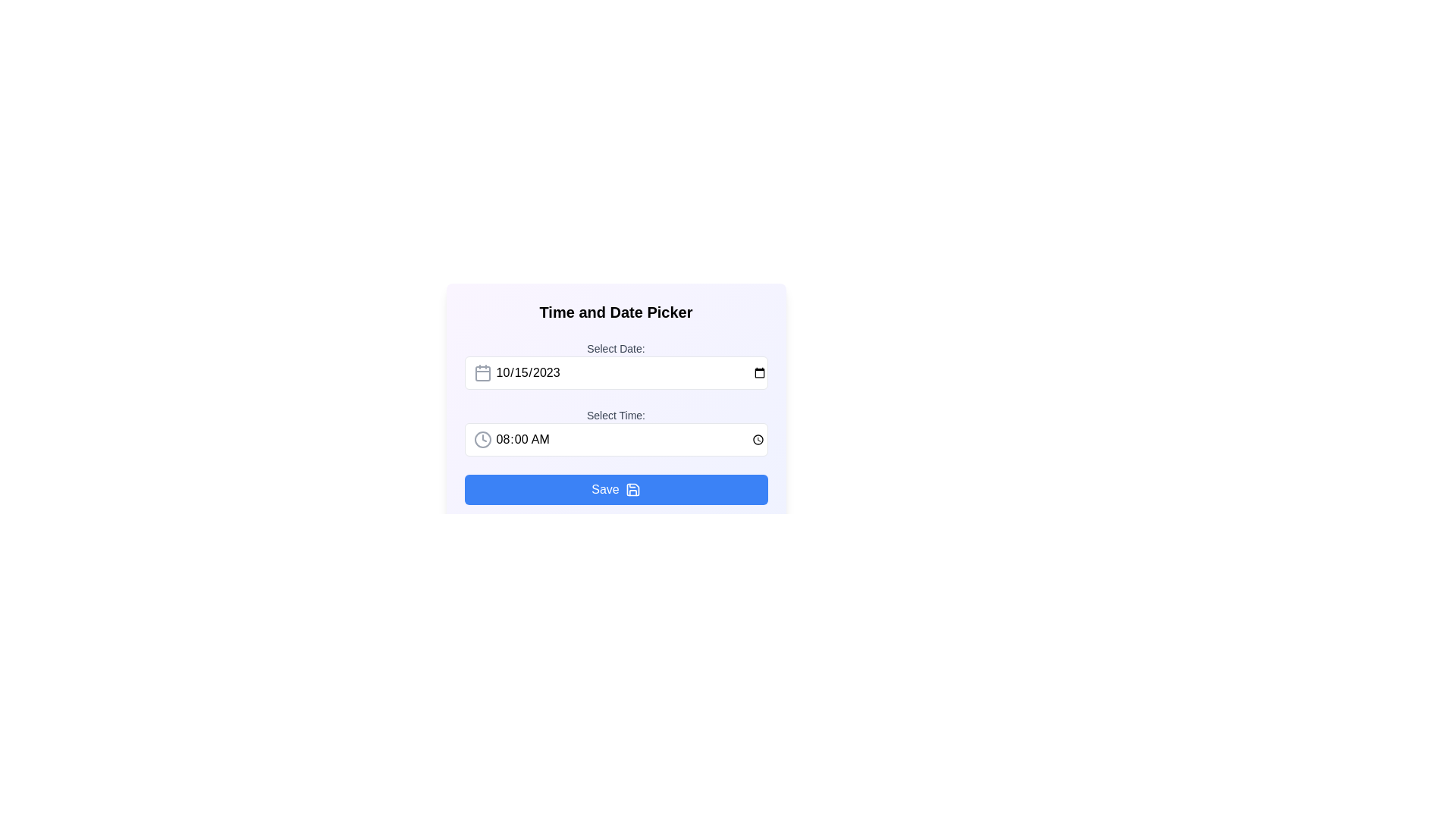  Describe the element at coordinates (632, 489) in the screenshot. I see `the save icon resembling a diskette, which is part of the blue 'Save' button located to the right of the button's text label` at that location.